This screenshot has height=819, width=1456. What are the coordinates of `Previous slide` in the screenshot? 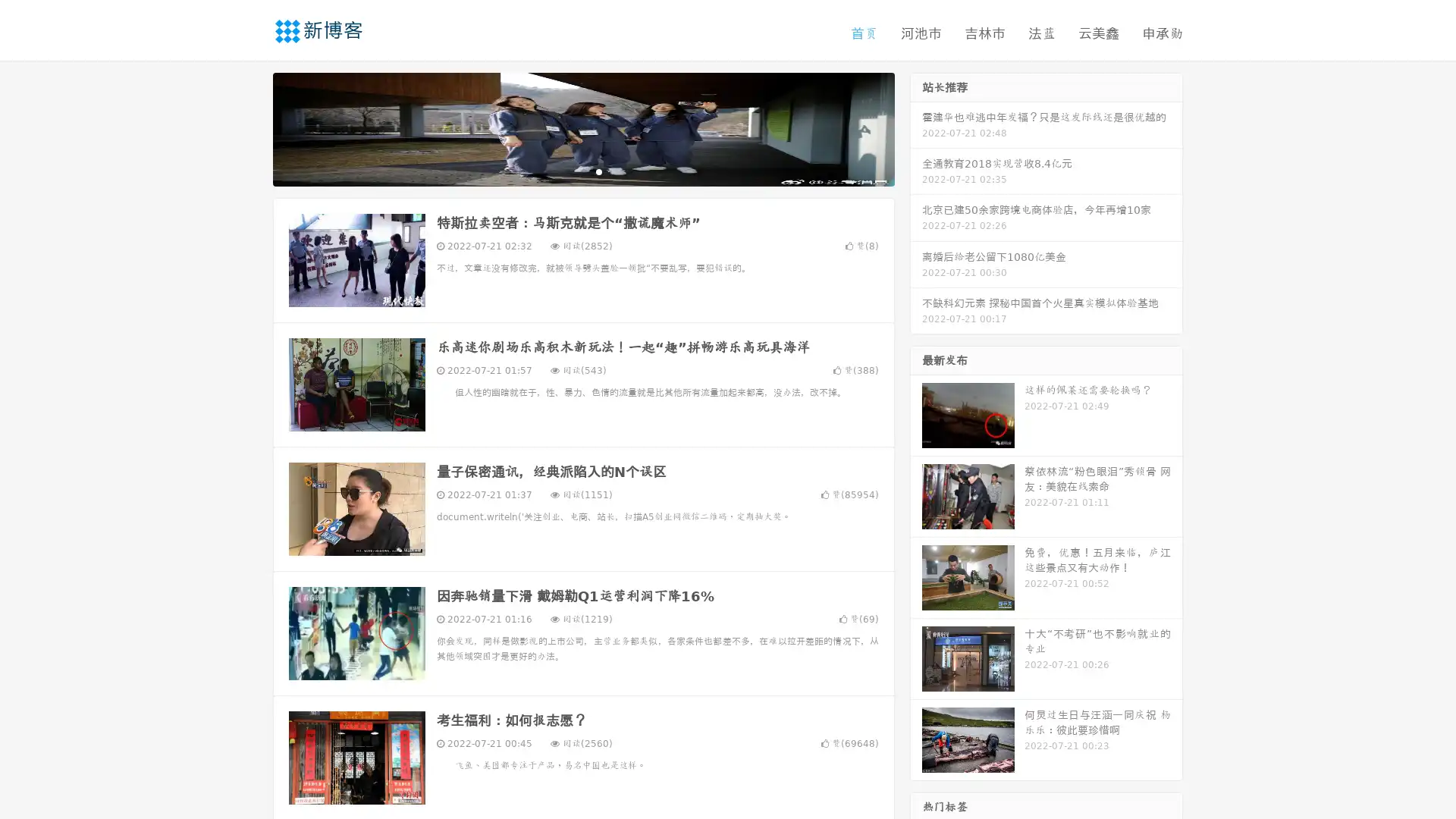 It's located at (250, 127).